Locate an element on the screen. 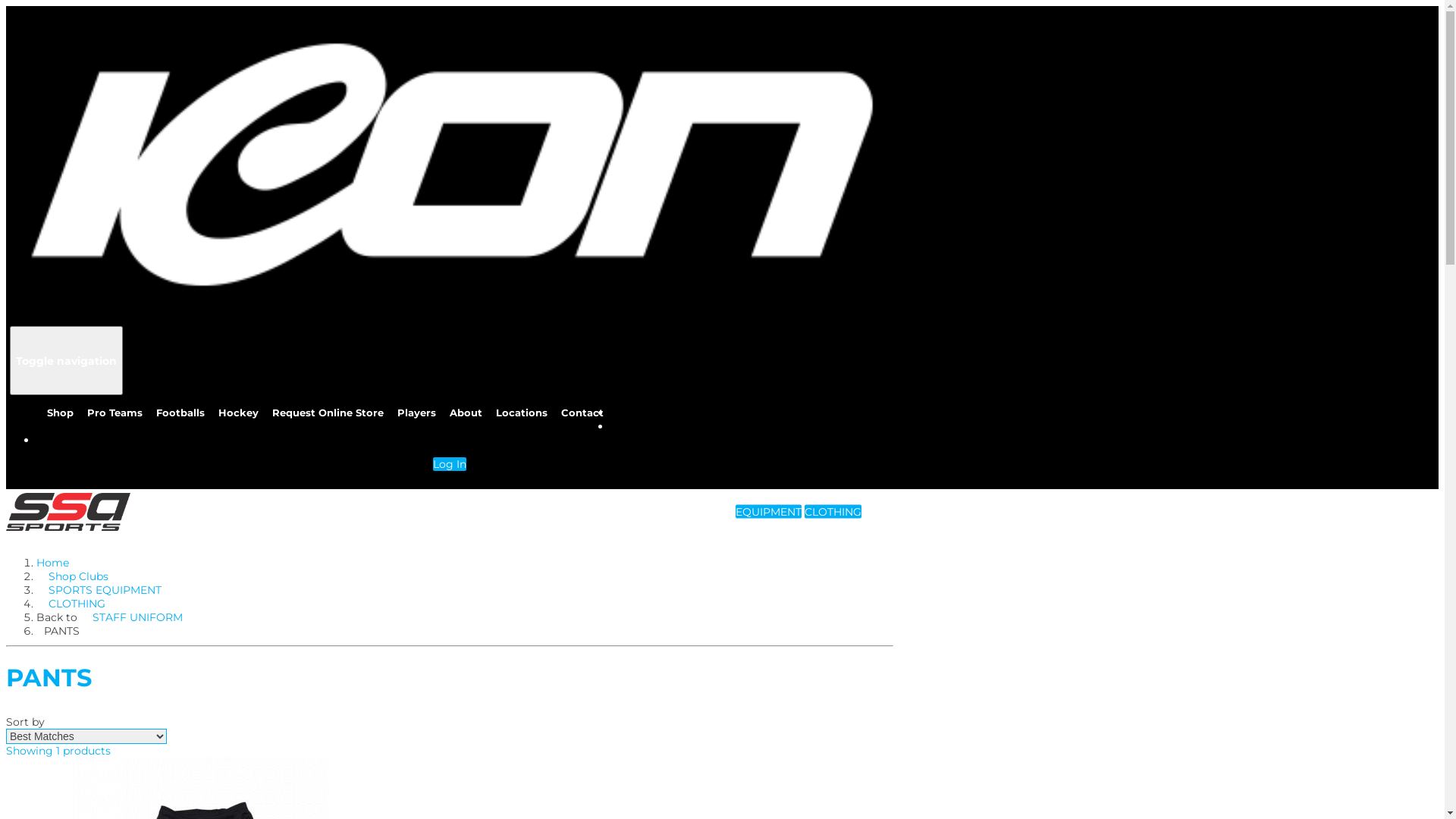 The height and width of the screenshot is (819, 1456). 'EQUIPMENT' is located at coordinates (768, 512).